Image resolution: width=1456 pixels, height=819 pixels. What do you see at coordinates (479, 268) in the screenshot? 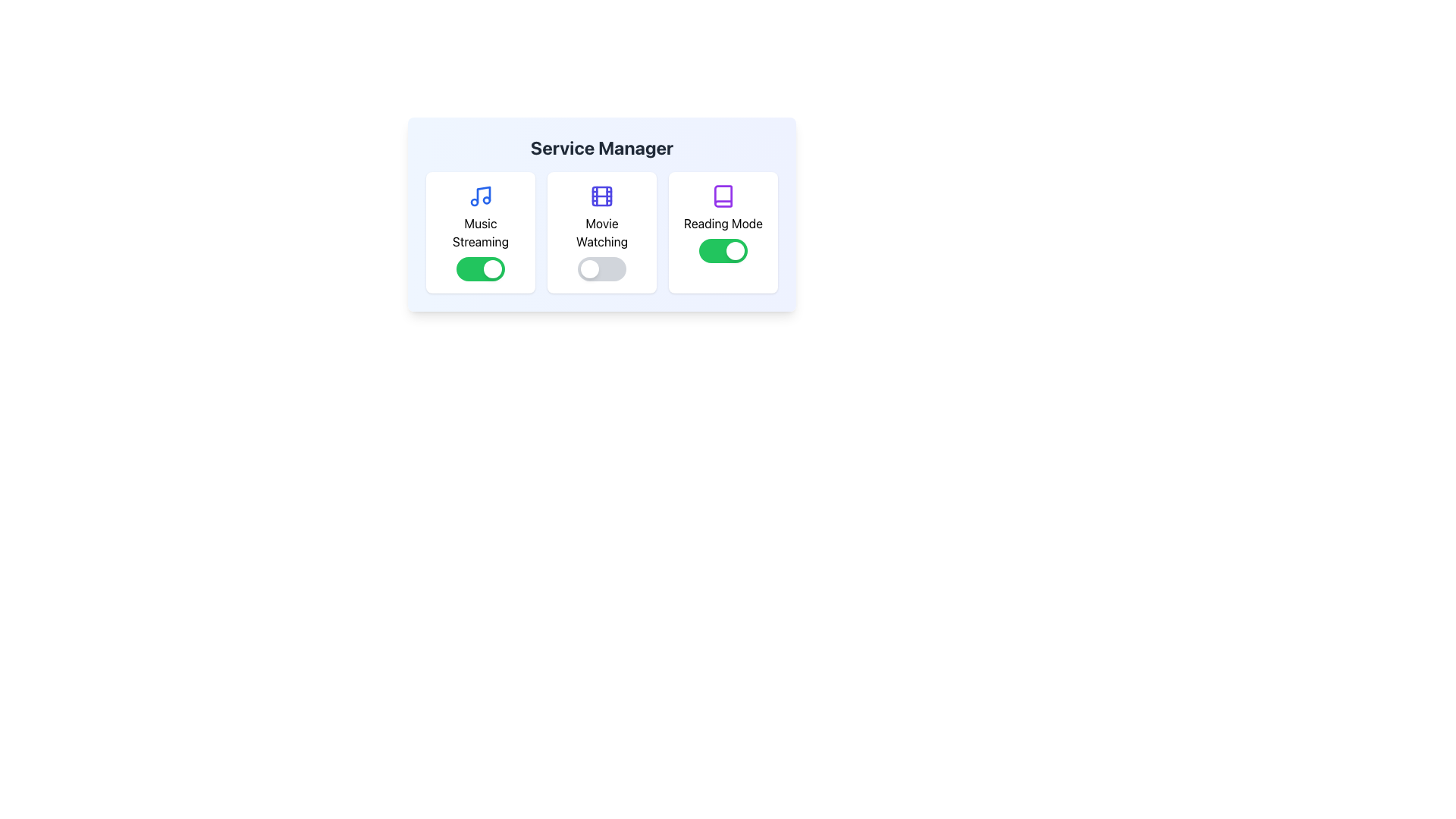
I see `the toggle switch located within the 'Music Streaming' card` at bounding box center [479, 268].